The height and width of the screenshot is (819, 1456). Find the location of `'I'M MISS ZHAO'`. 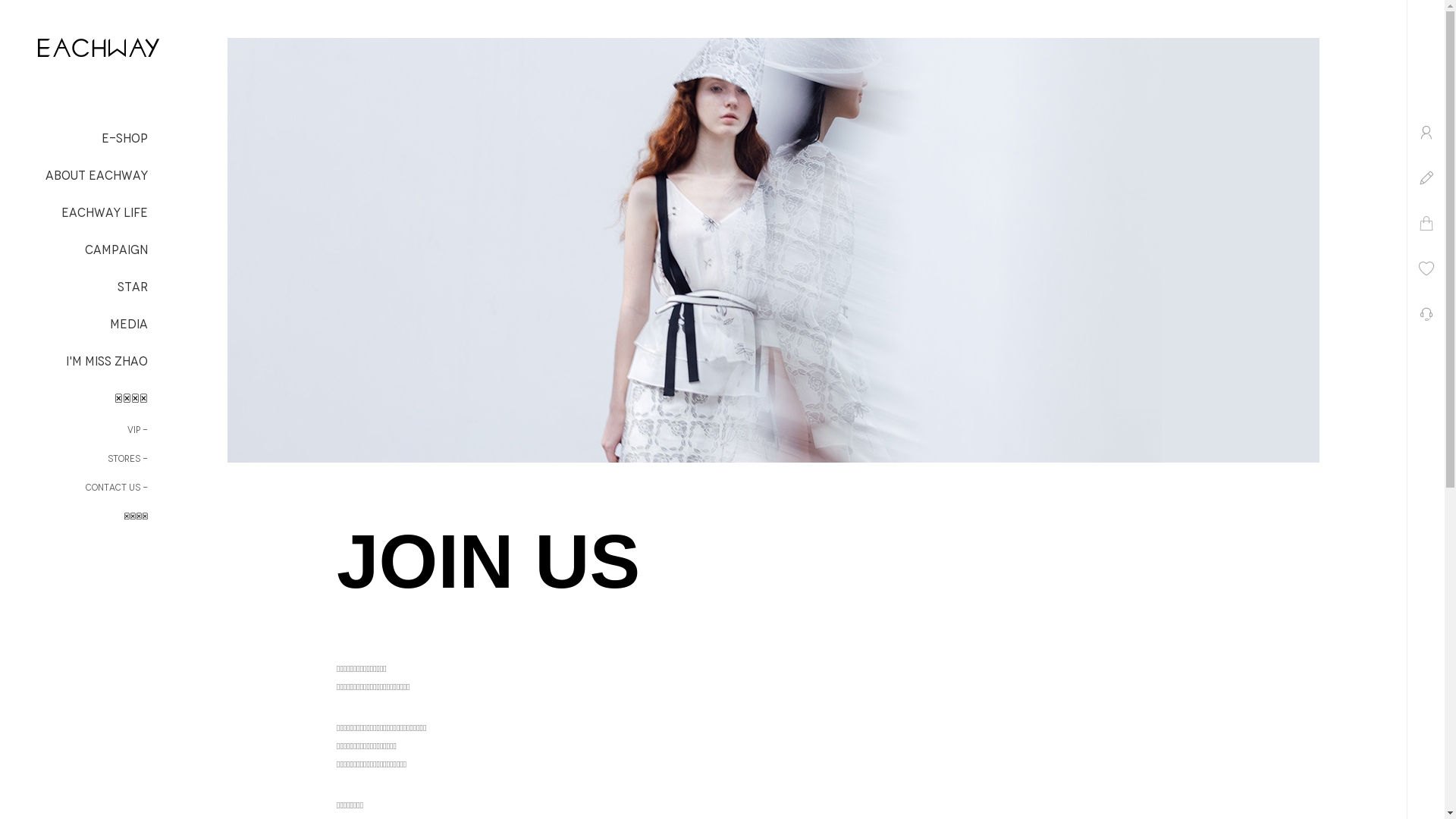

'I'M MISS ZHAO' is located at coordinates (73, 362).